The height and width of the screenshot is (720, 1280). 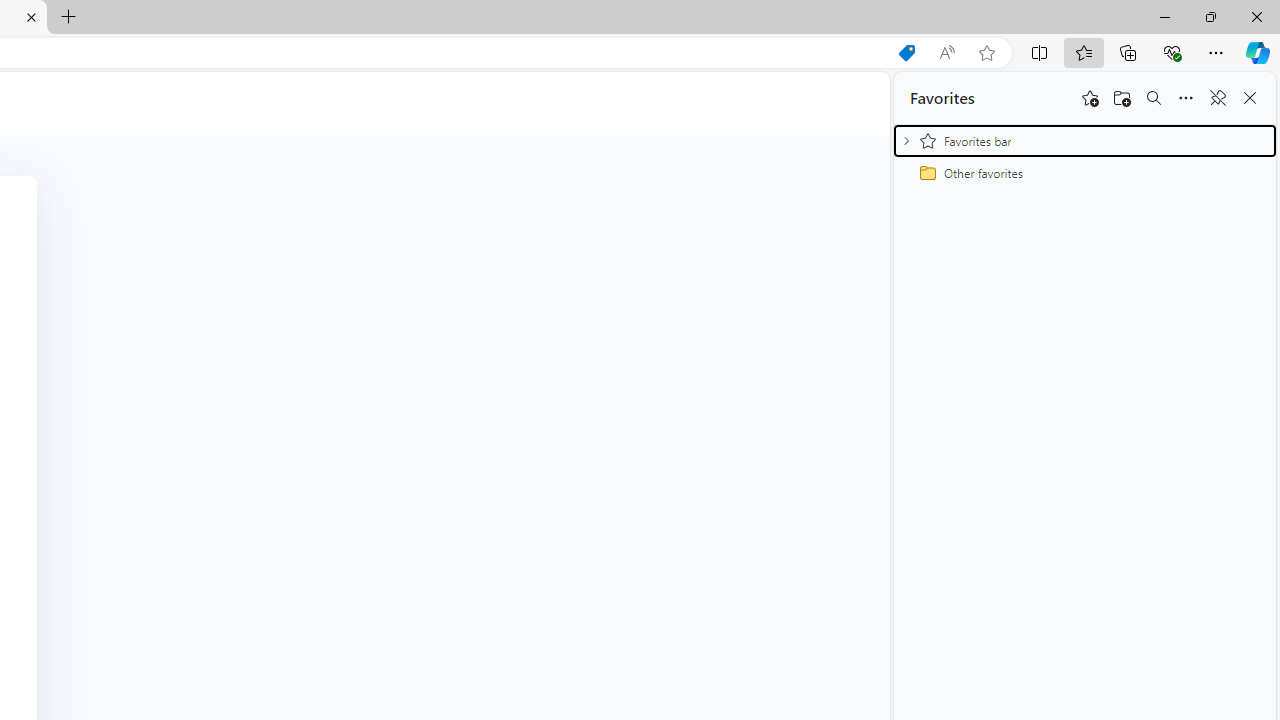 What do you see at coordinates (1153, 98) in the screenshot?
I see `'Search favorites'` at bounding box center [1153, 98].